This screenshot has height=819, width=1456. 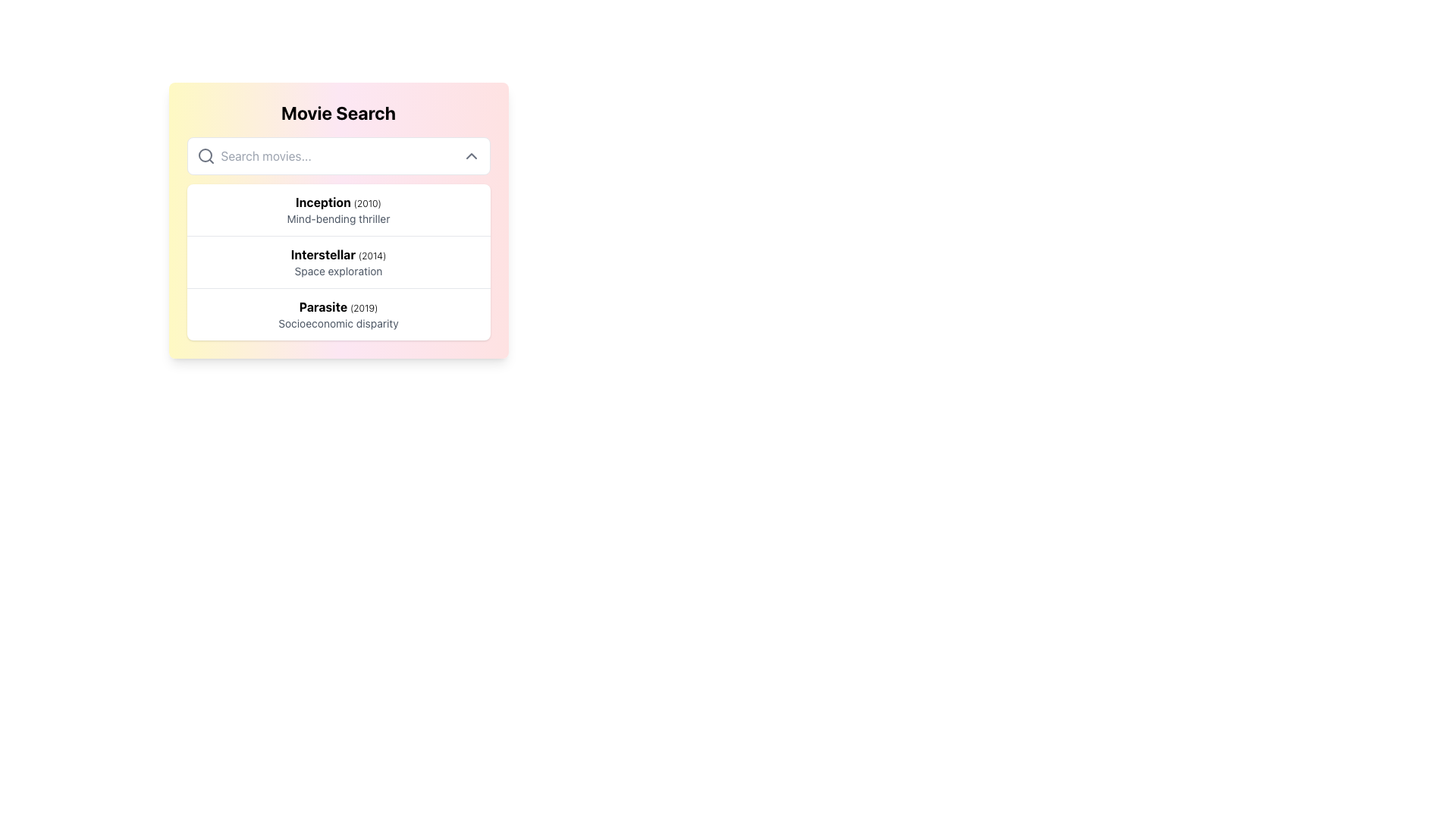 I want to click on the first descriptive list item displaying the title 'Inception (2010)' and the description 'Mind-bending thriller' within the 'Movie Search' section, so click(x=337, y=210).